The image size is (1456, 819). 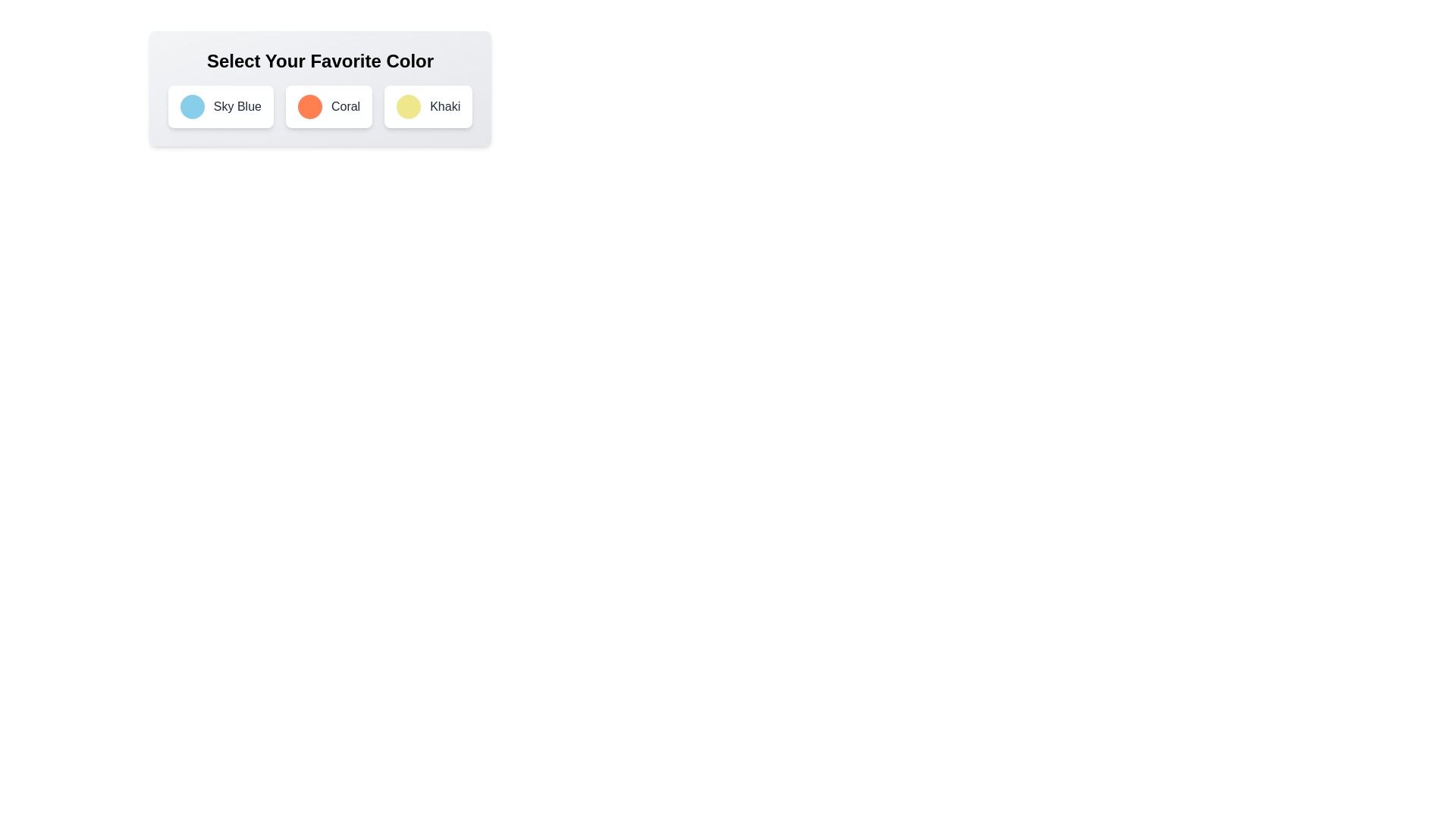 What do you see at coordinates (191, 106) in the screenshot?
I see `the swatch of color Sky Blue to observe its hover effect` at bounding box center [191, 106].